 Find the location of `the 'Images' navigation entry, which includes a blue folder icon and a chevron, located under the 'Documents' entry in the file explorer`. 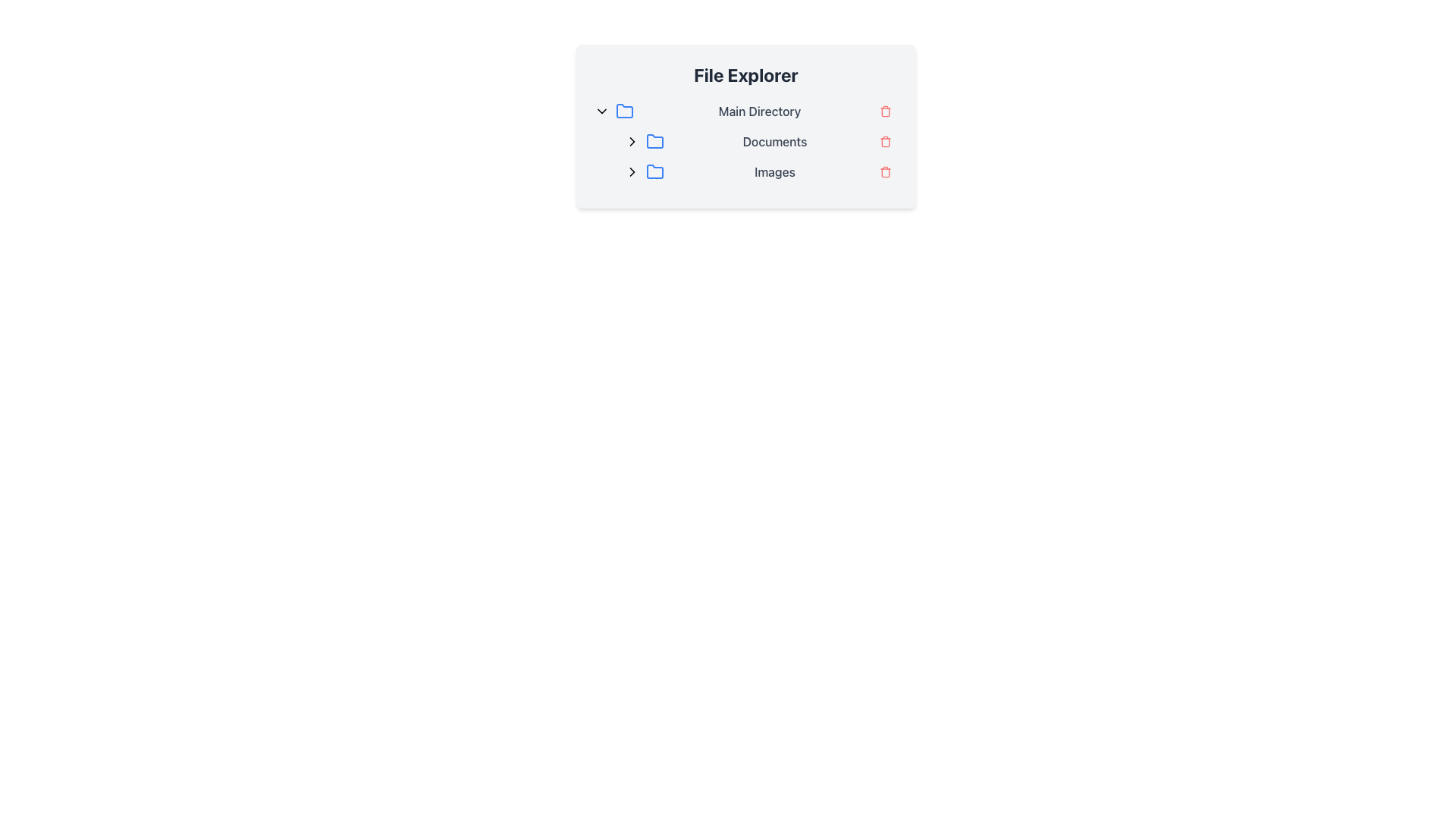

the 'Images' navigation entry, which includes a blue folder icon and a chevron, located under the 'Documents' entry in the file explorer is located at coordinates (752, 171).